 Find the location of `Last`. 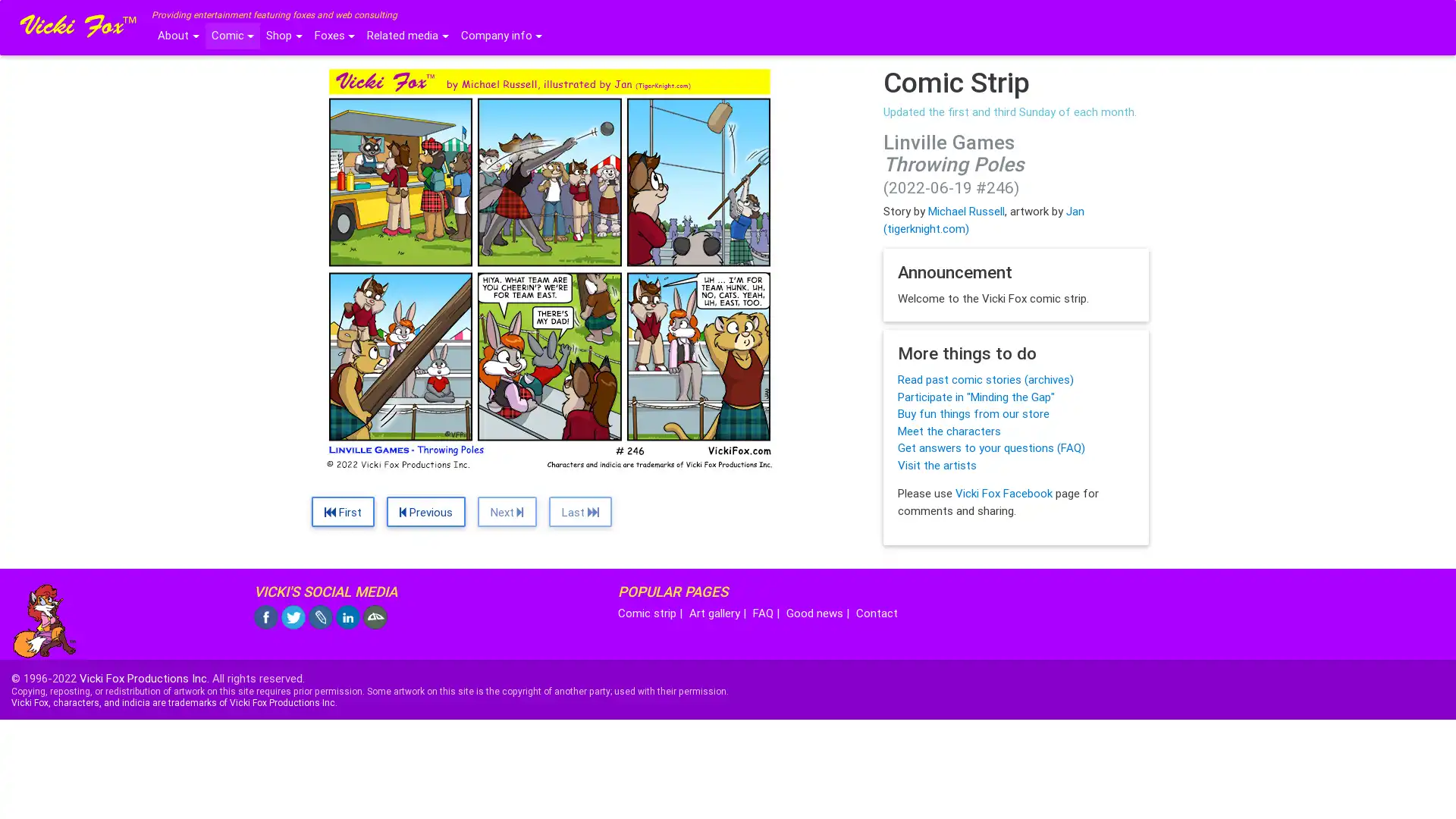

Last is located at coordinates (579, 512).